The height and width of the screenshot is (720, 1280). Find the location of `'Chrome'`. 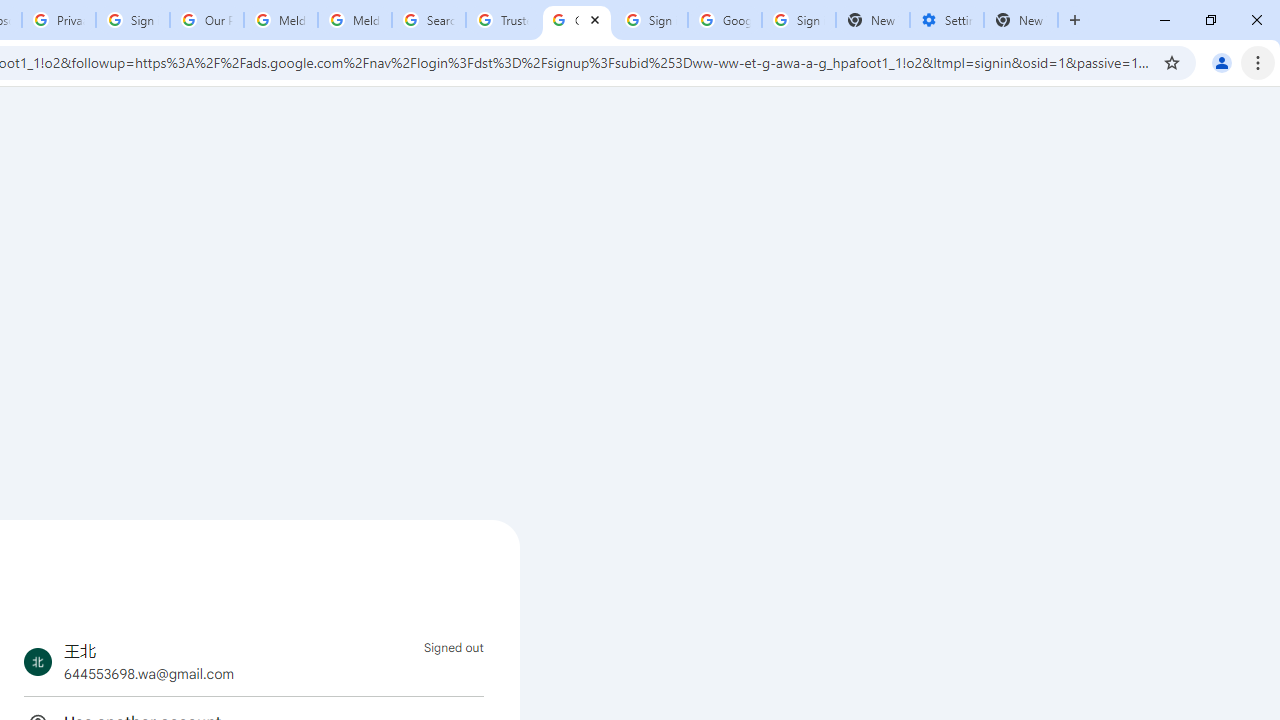

'Chrome' is located at coordinates (1259, 61).